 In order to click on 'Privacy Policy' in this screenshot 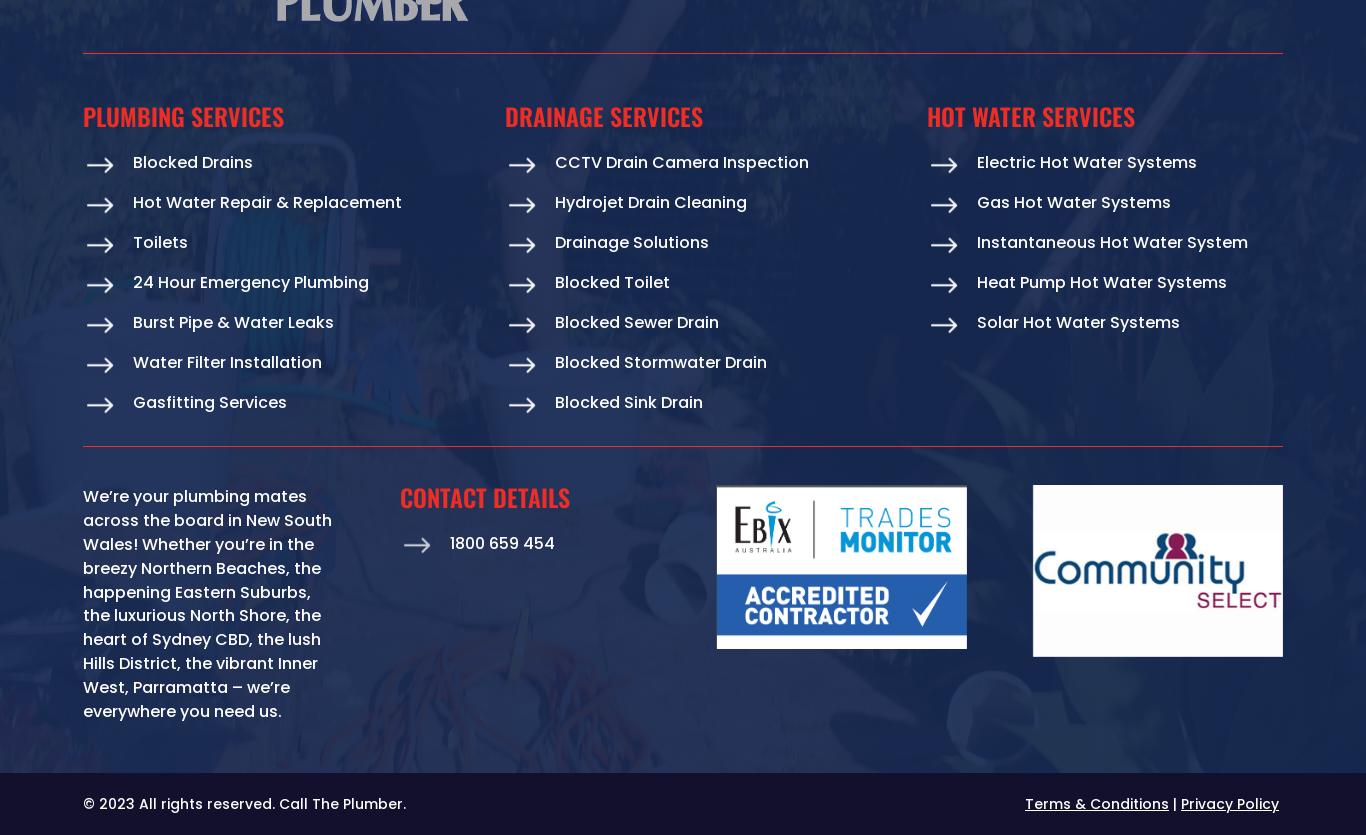, I will do `click(1181, 803)`.